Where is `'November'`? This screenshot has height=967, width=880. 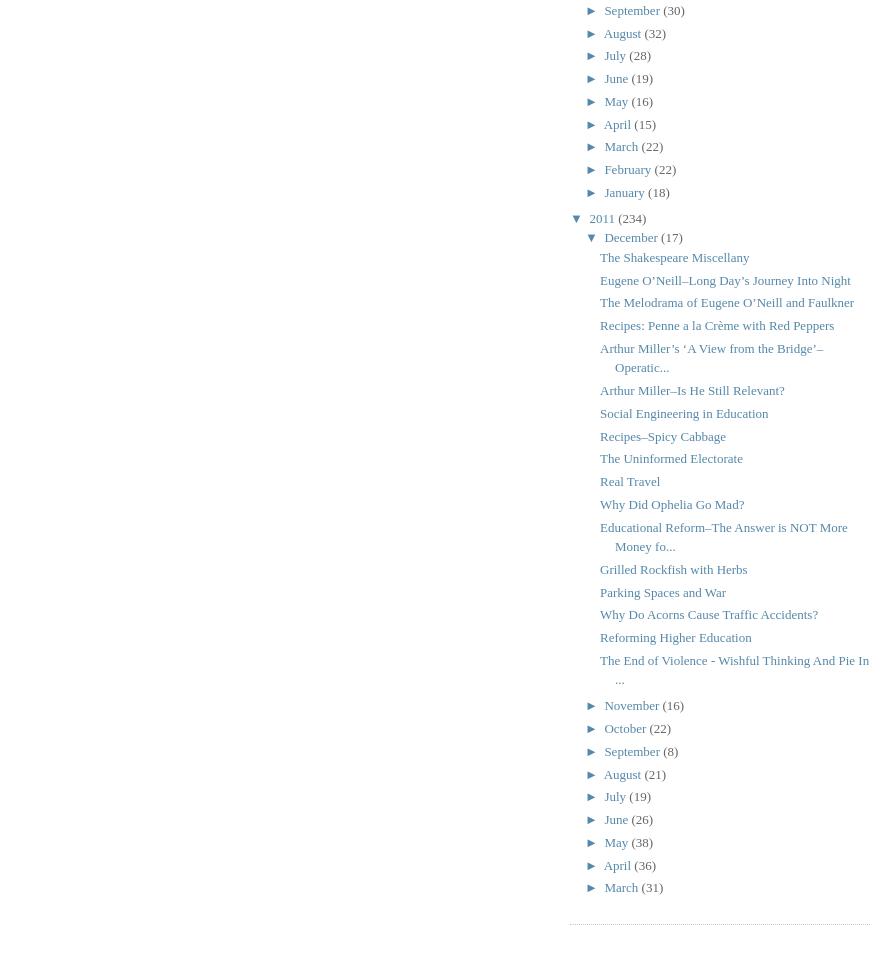 'November' is located at coordinates (632, 705).